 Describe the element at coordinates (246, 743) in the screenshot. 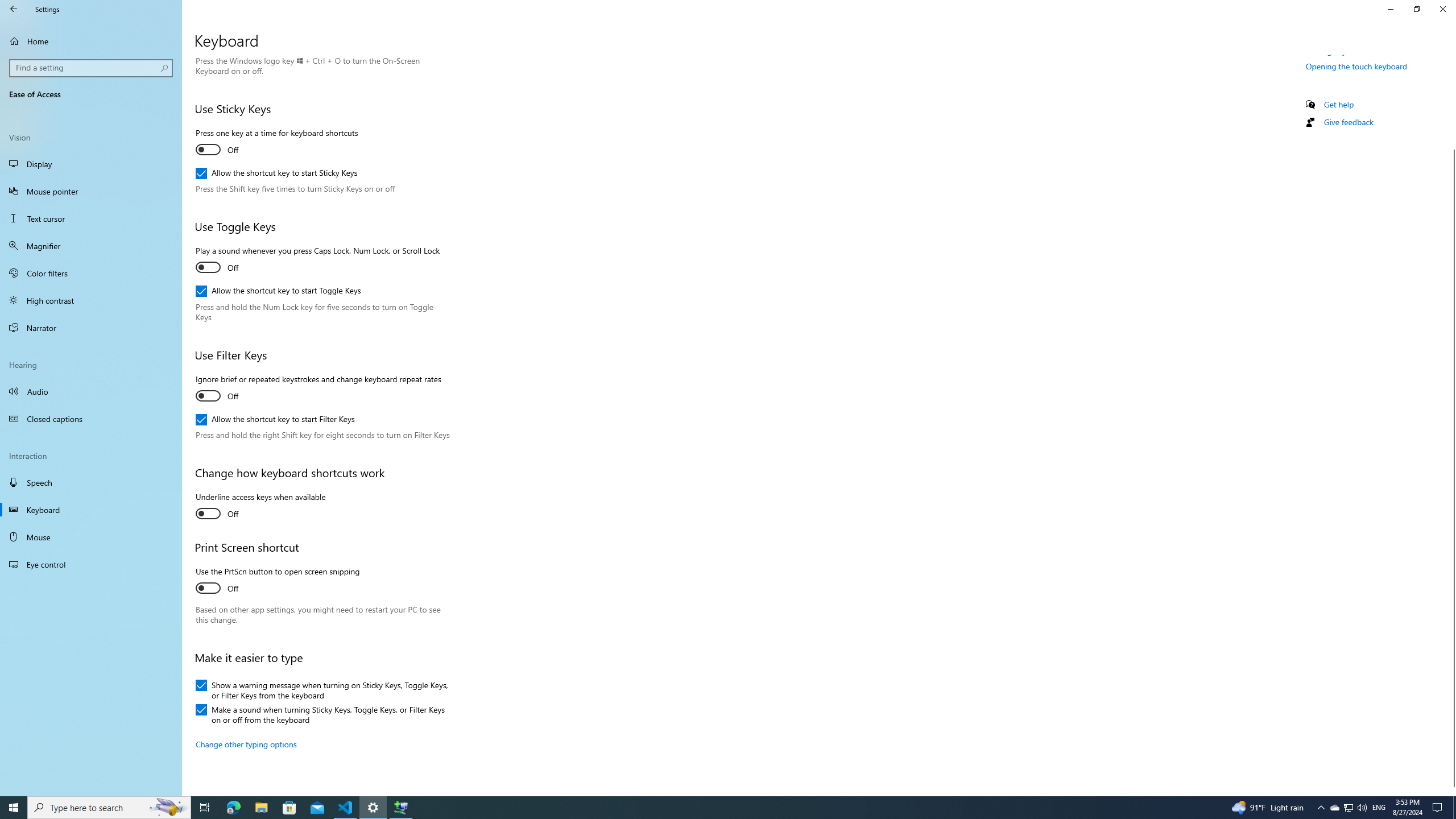

I see `'Change other typing options'` at that location.